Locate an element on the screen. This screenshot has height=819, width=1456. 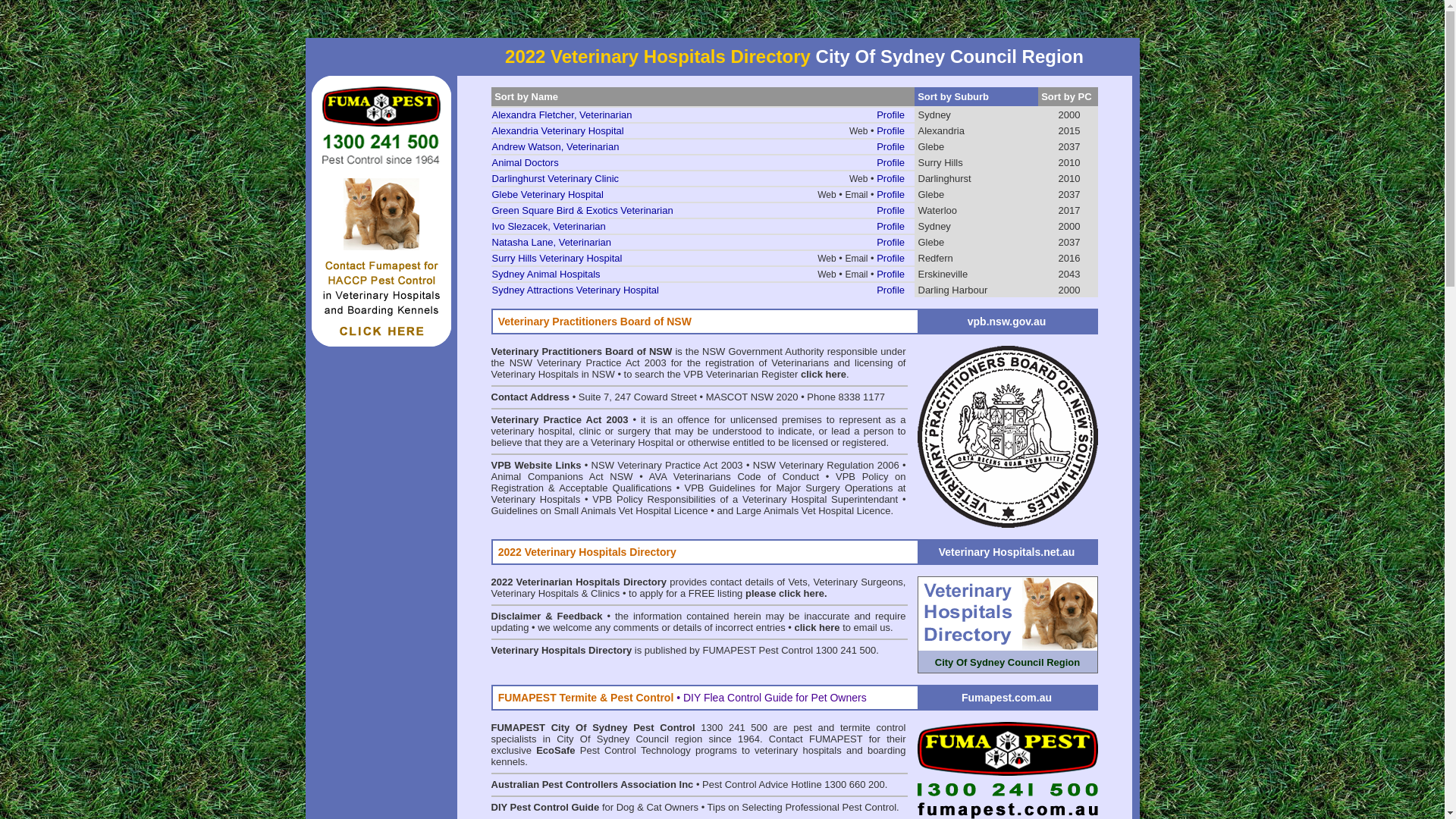
'Large Animals Vet Hospital Licence' is located at coordinates (813, 510).